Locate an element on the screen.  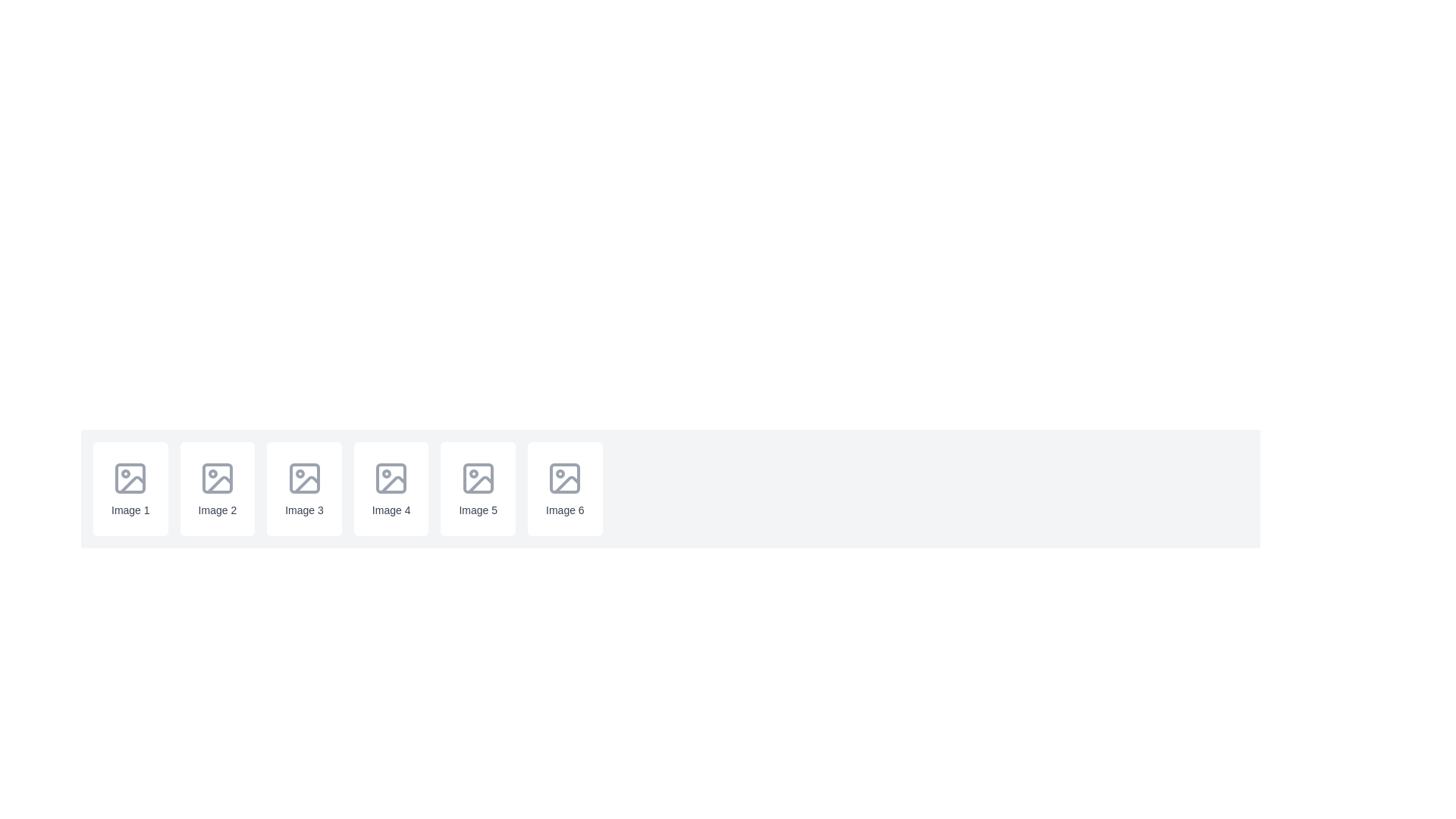
image icon representing an image, which is the fourth icon in a horizontal series, by clicking on it is located at coordinates (391, 479).